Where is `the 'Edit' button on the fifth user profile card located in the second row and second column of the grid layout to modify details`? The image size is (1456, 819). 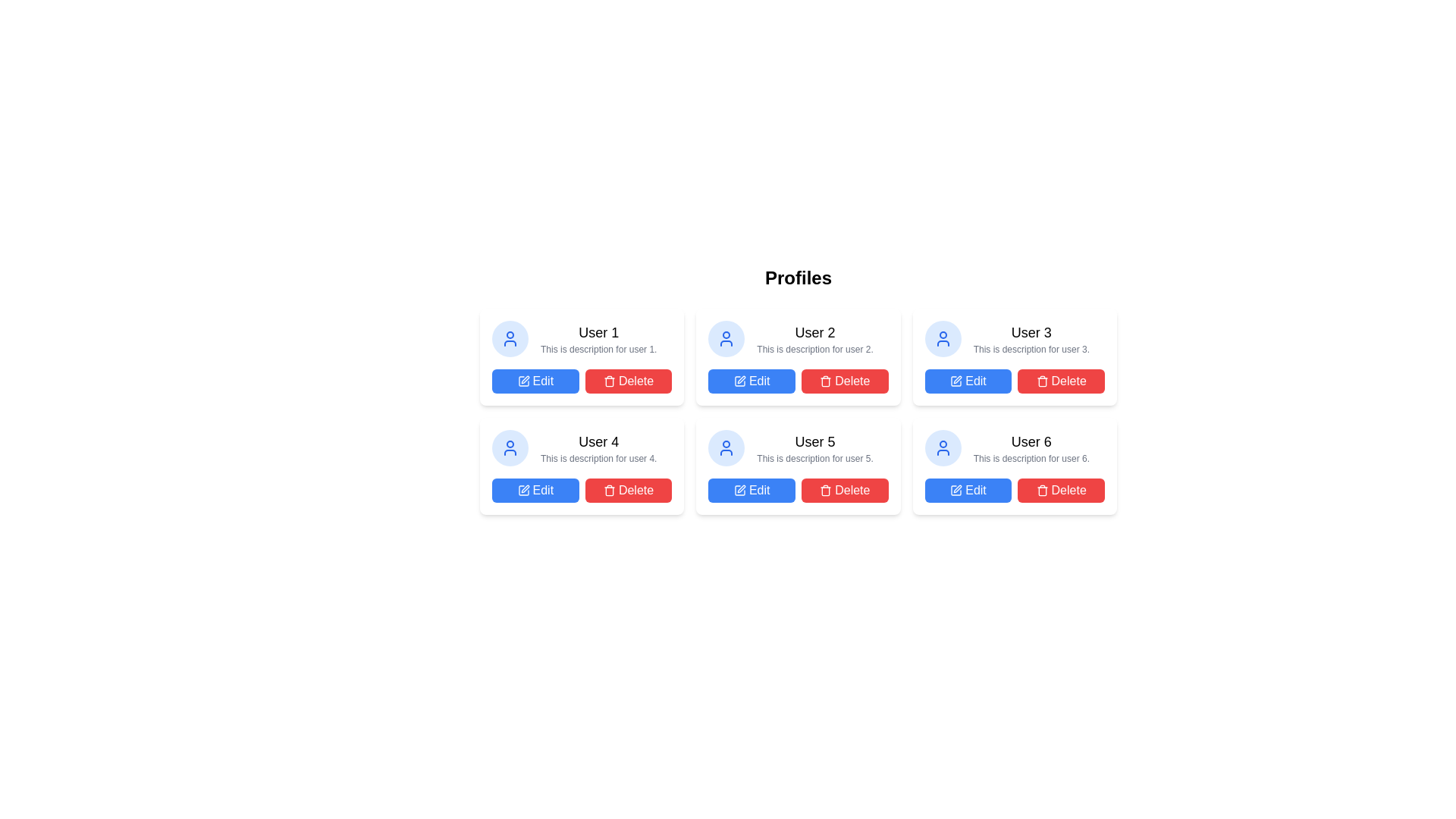
the 'Edit' button on the fifth user profile card located in the second row and second column of the grid layout to modify details is located at coordinates (797, 465).